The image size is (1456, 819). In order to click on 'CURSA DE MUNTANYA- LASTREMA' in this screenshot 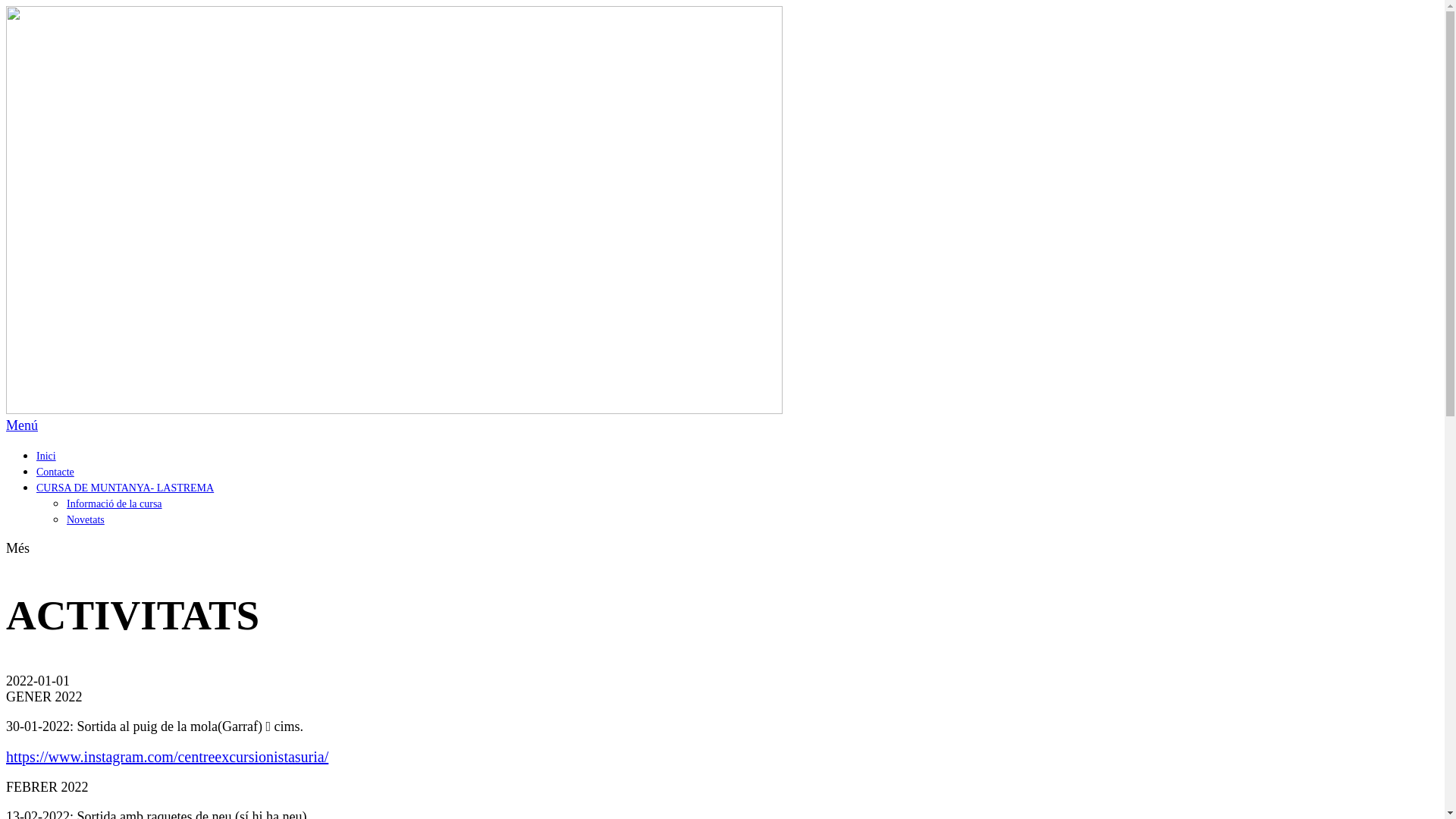, I will do `click(124, 488)`.